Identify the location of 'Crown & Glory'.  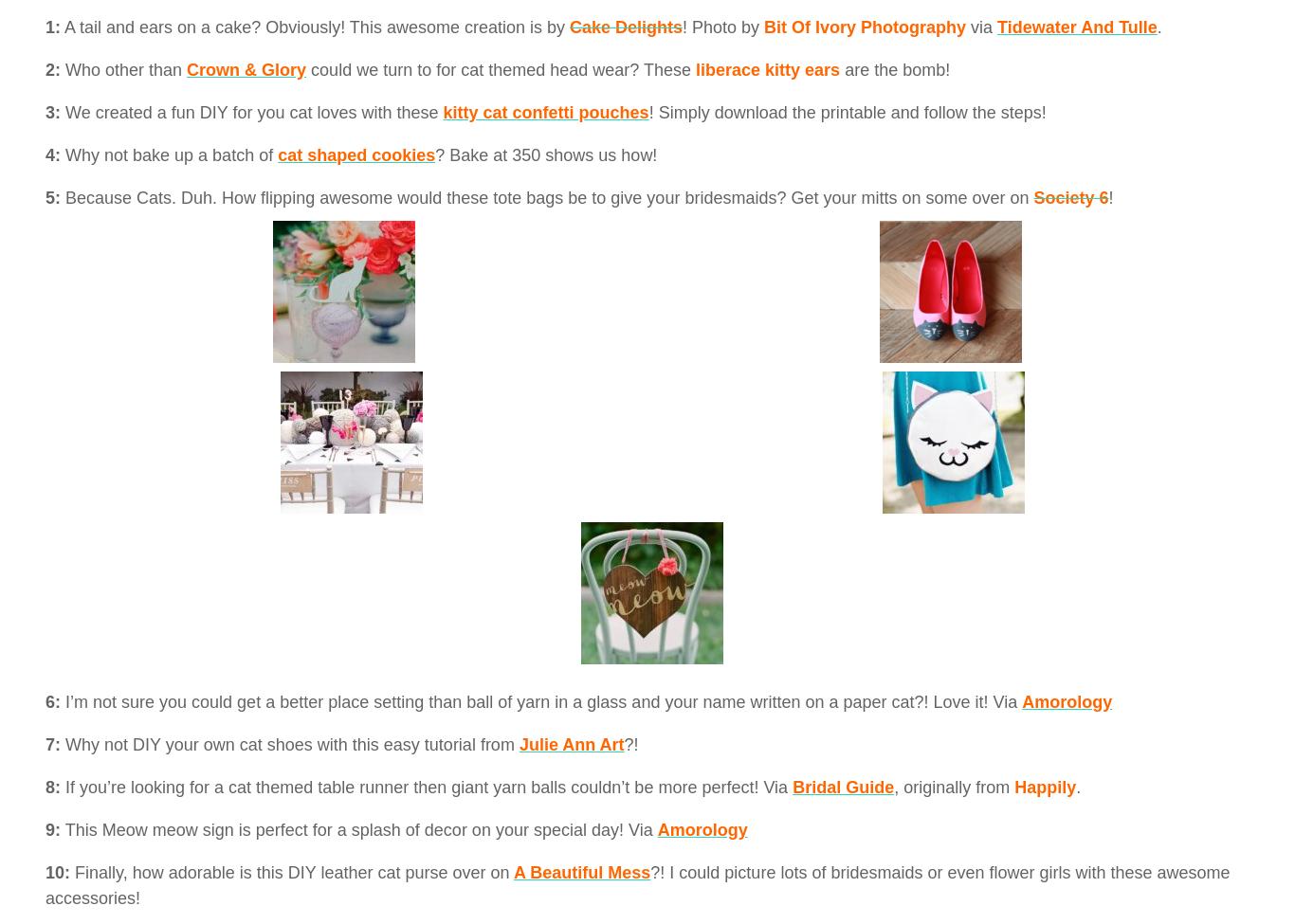
(246, 69).